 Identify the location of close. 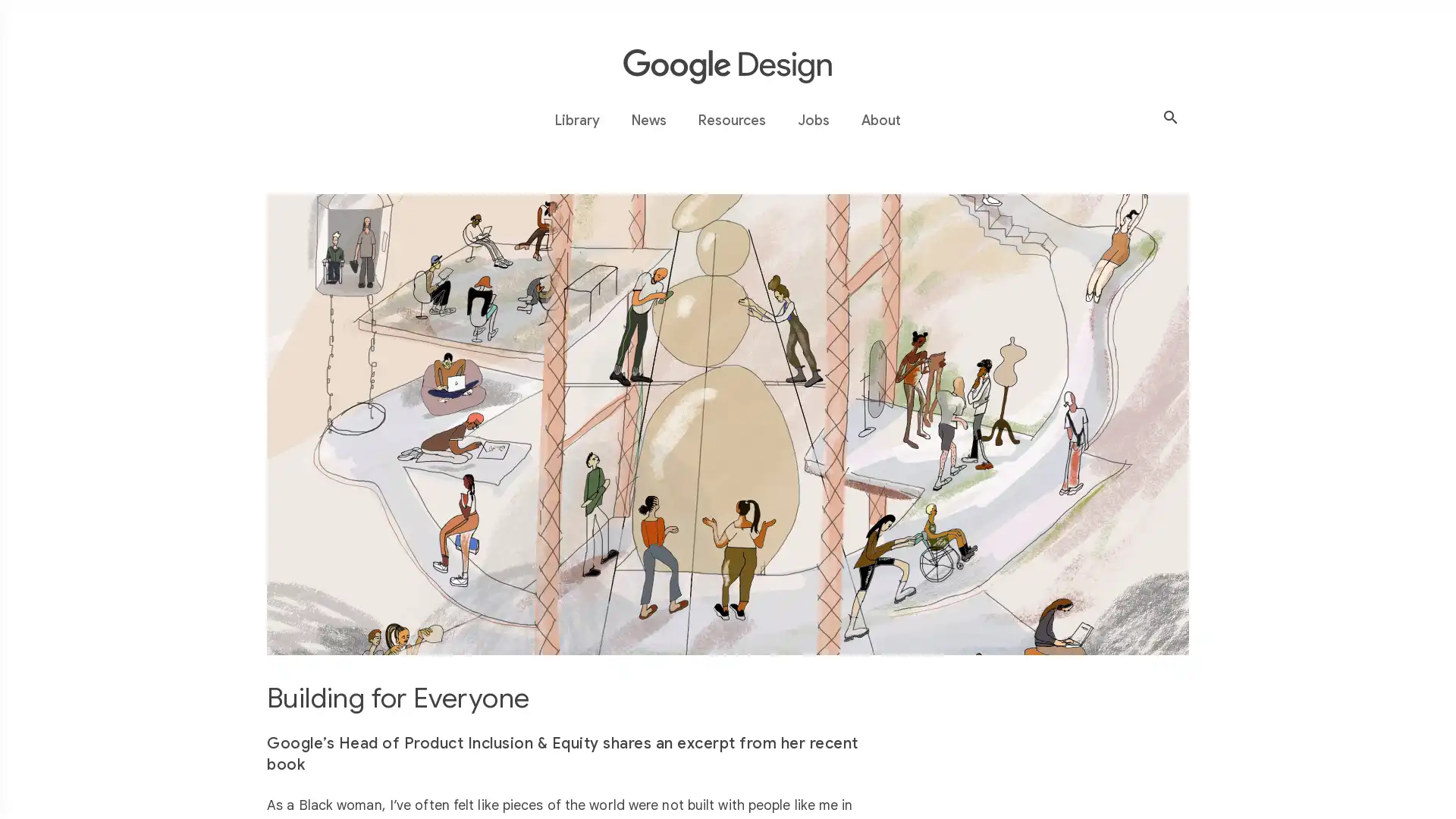
(946, 120).